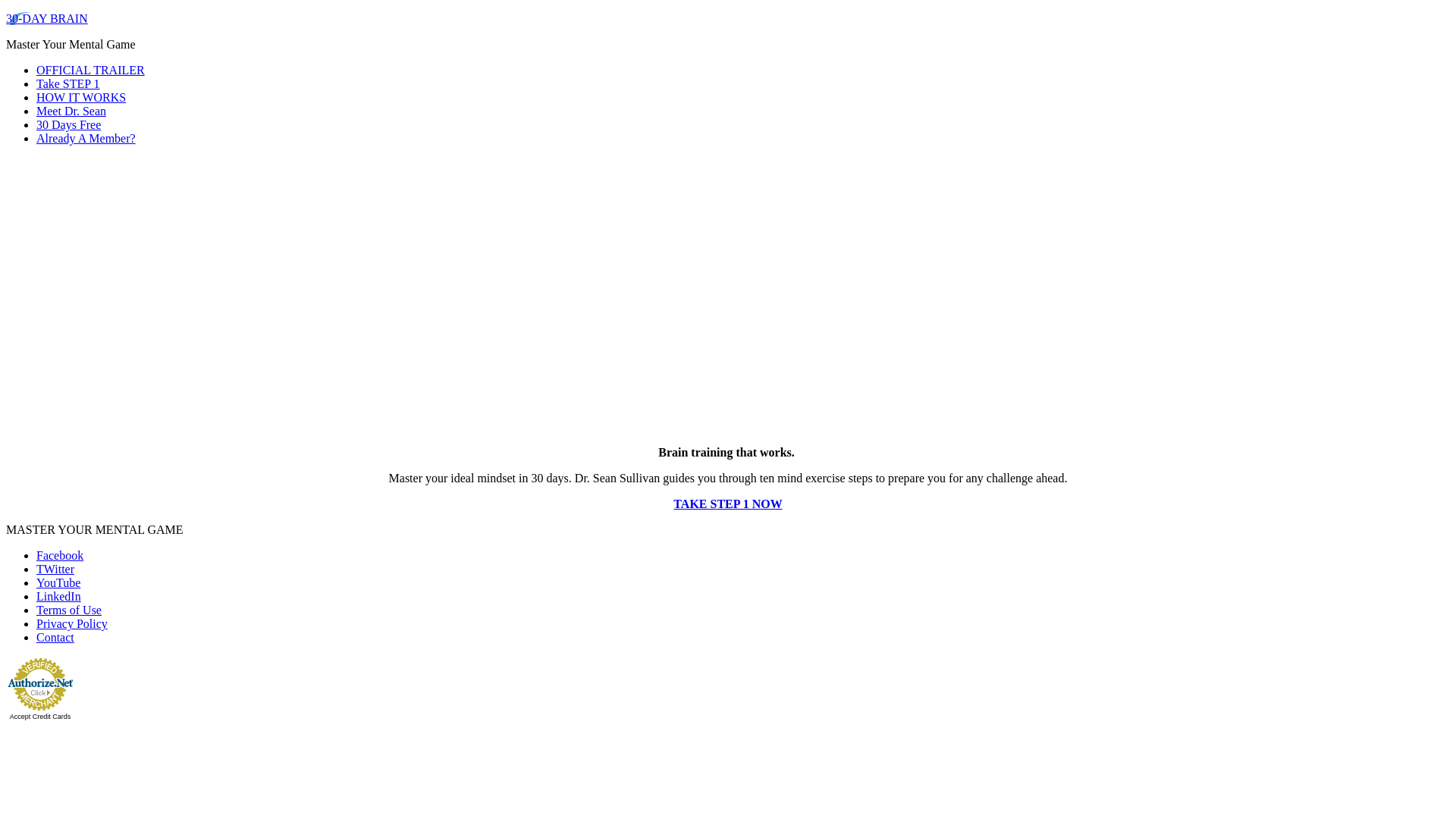 This screenshot has height=819, width=1456. What do you see at coordinates (55, 569) in the screenshot?
I see `'TWitter'` at bounding box center [55, 569].